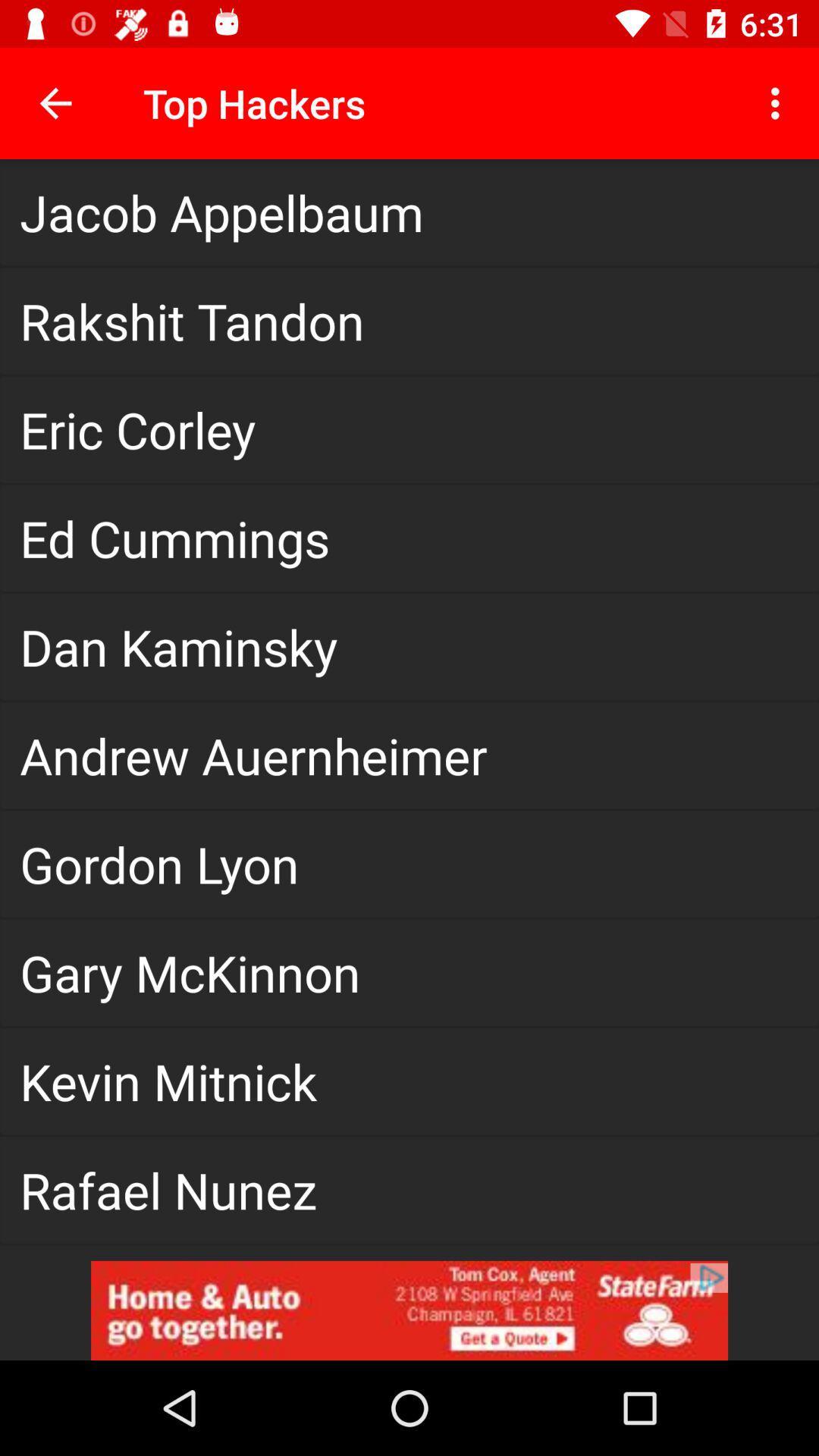  I want to click on goes to state farm 's website, so click(409, 1310).